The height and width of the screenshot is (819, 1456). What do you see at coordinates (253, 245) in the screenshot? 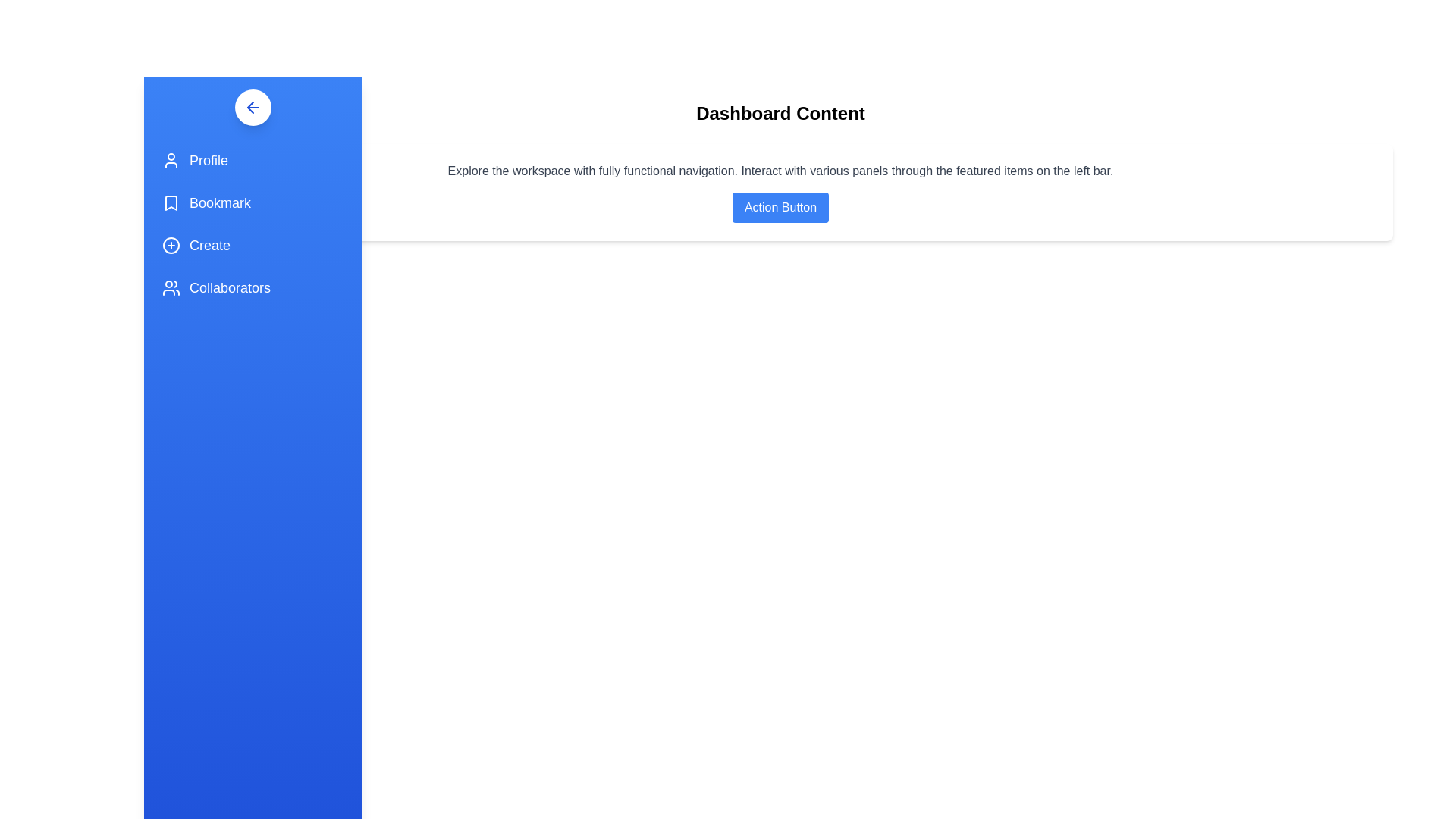
I see `the navigation item Create to navigate to the respective section` at bounding box center [253, 245].